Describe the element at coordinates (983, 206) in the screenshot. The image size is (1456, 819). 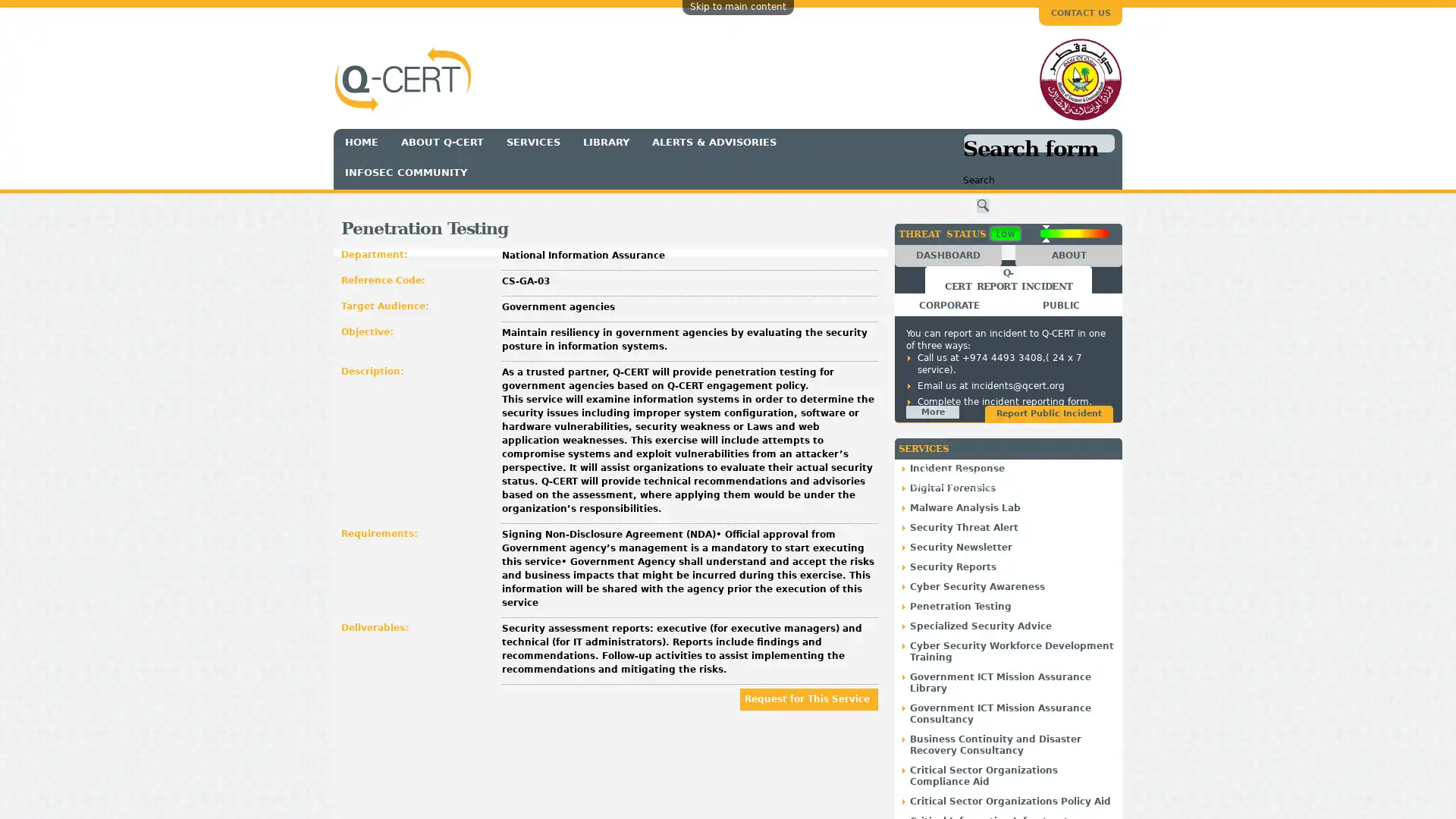
I see `Search` at that location.